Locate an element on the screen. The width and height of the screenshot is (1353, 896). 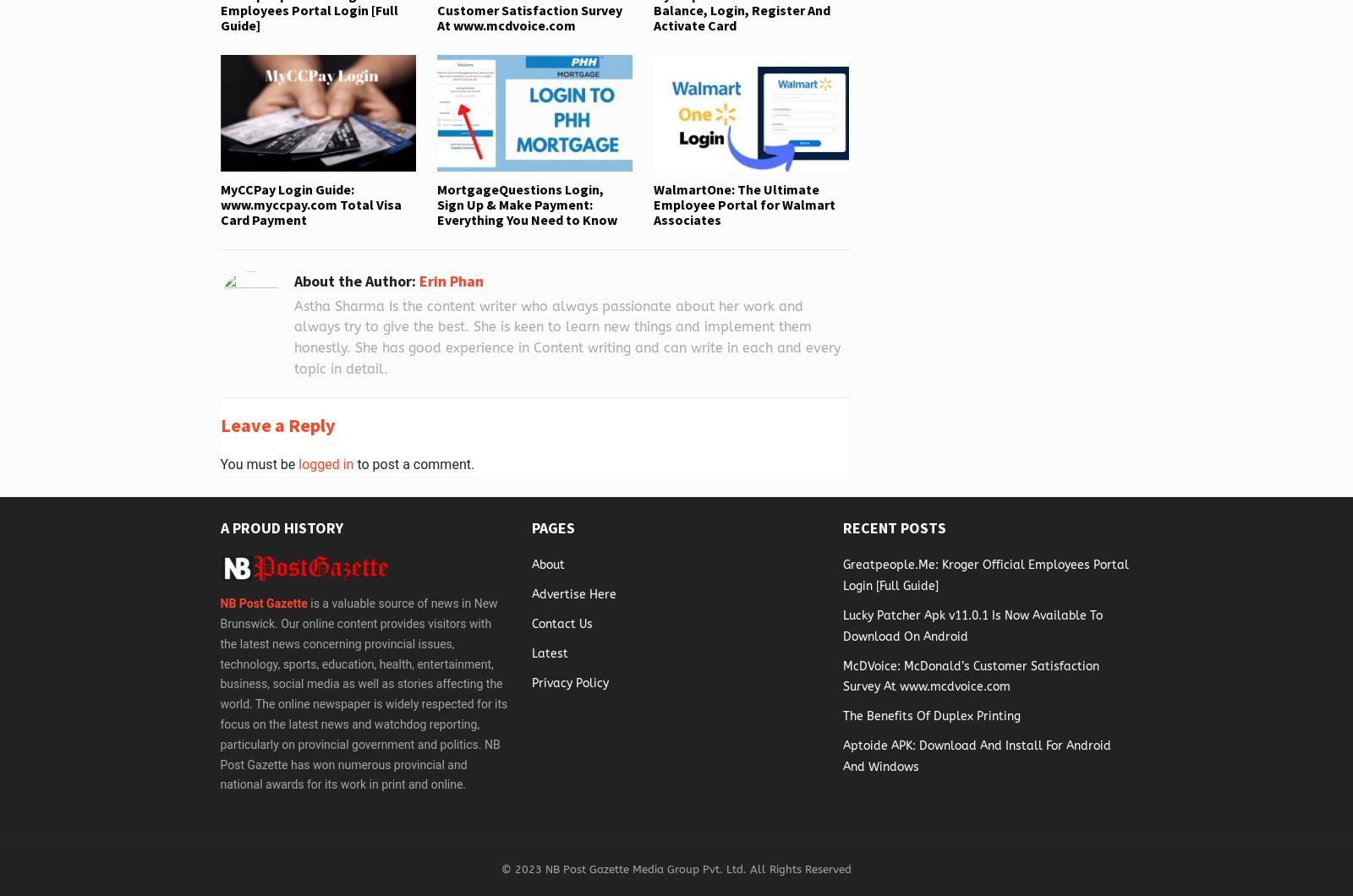
'Leave a Reply' is located at coordinates (220, 423).